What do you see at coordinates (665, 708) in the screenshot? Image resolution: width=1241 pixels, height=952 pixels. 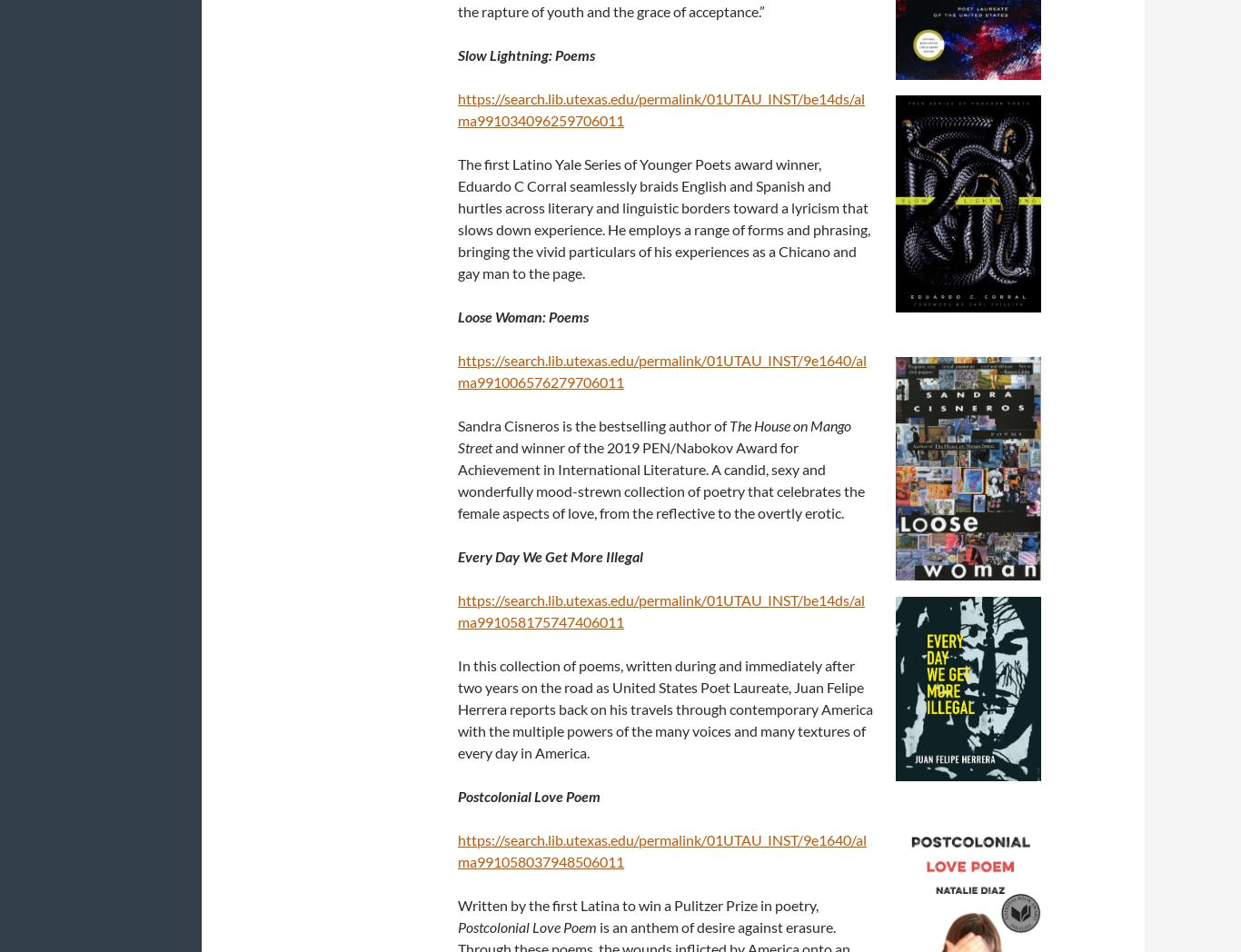 I see `'In this collection of poems, written during and immediately after two years on the road as United States Poet Laureate, Juan Felipe Herrera reports back on his travels through contemporary America with the multiple powers of the many voices and many textures of every day in America.'` at bounding box center [665, 708].